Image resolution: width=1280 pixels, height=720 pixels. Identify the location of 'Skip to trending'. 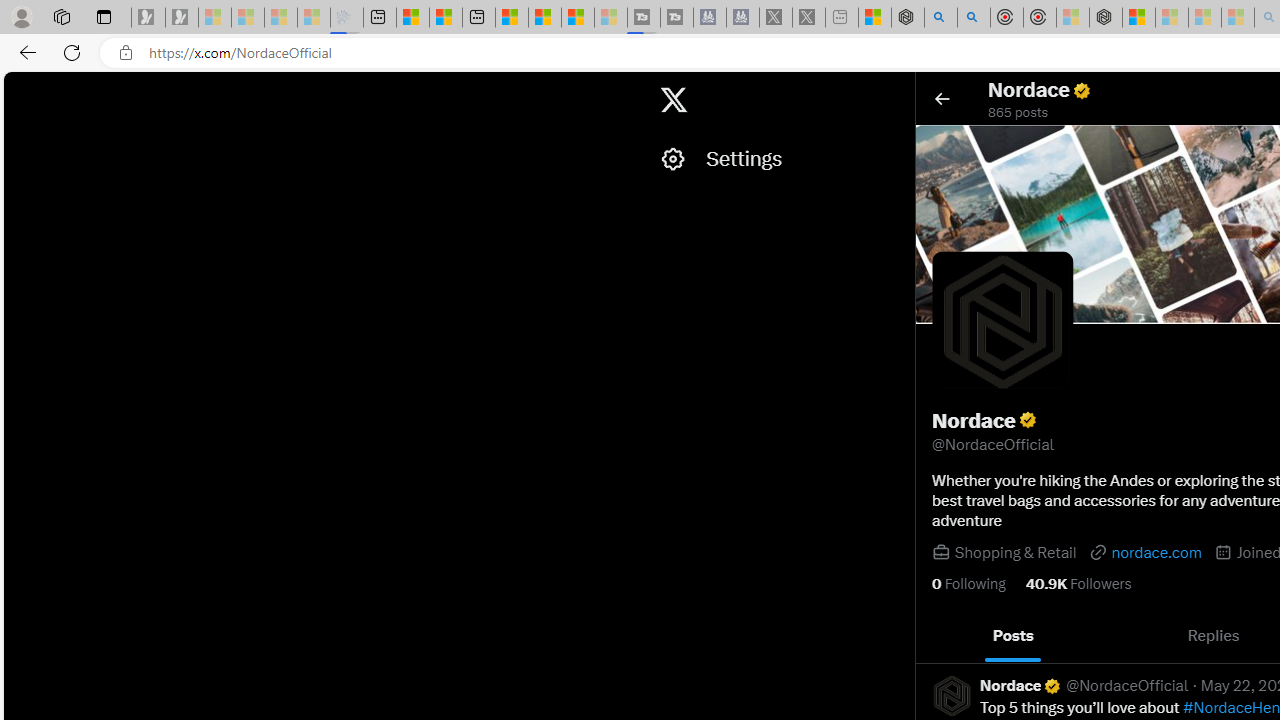
(21, 90).